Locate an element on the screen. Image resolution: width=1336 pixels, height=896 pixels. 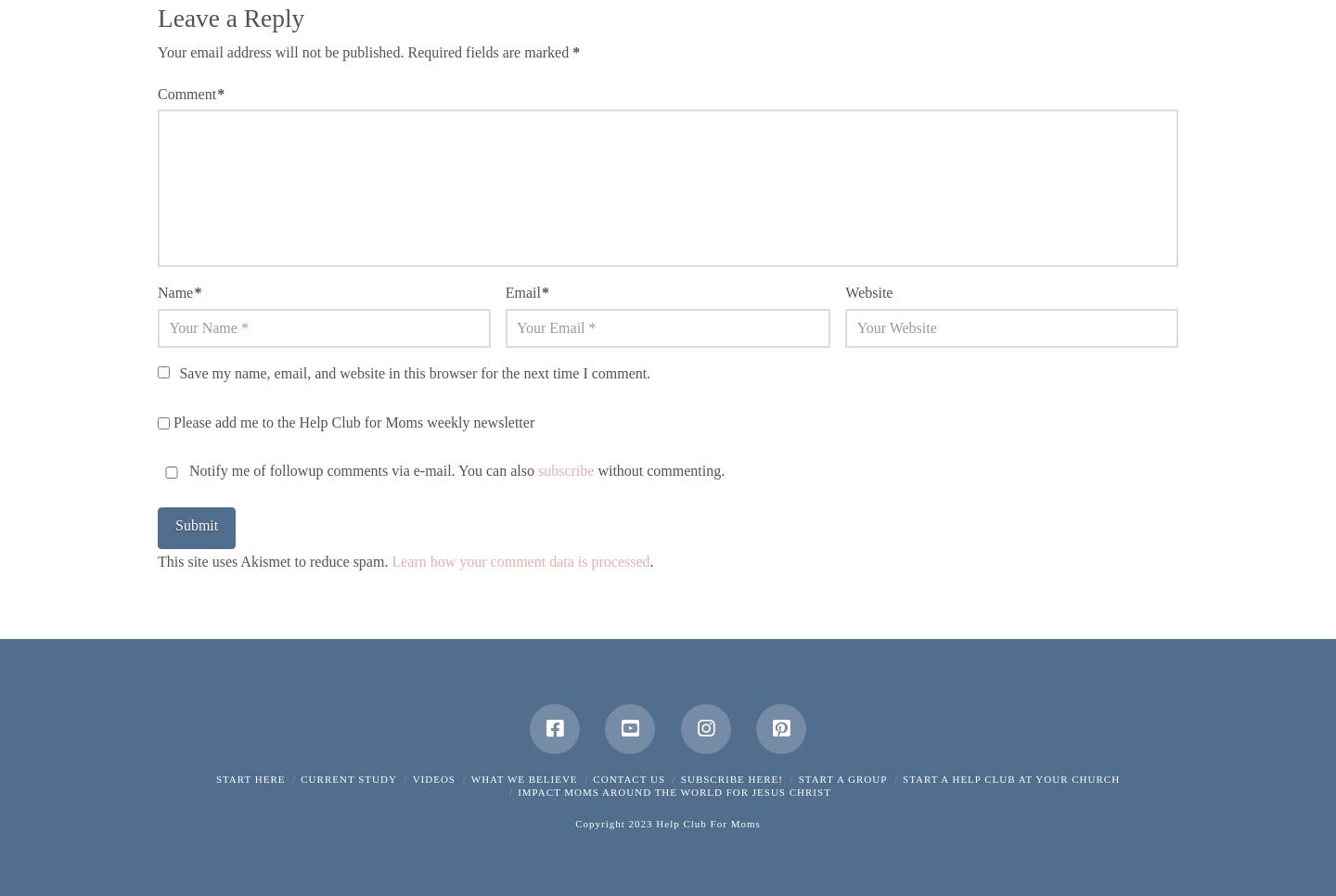
'Start Here' is located at coordinates (249, 776).